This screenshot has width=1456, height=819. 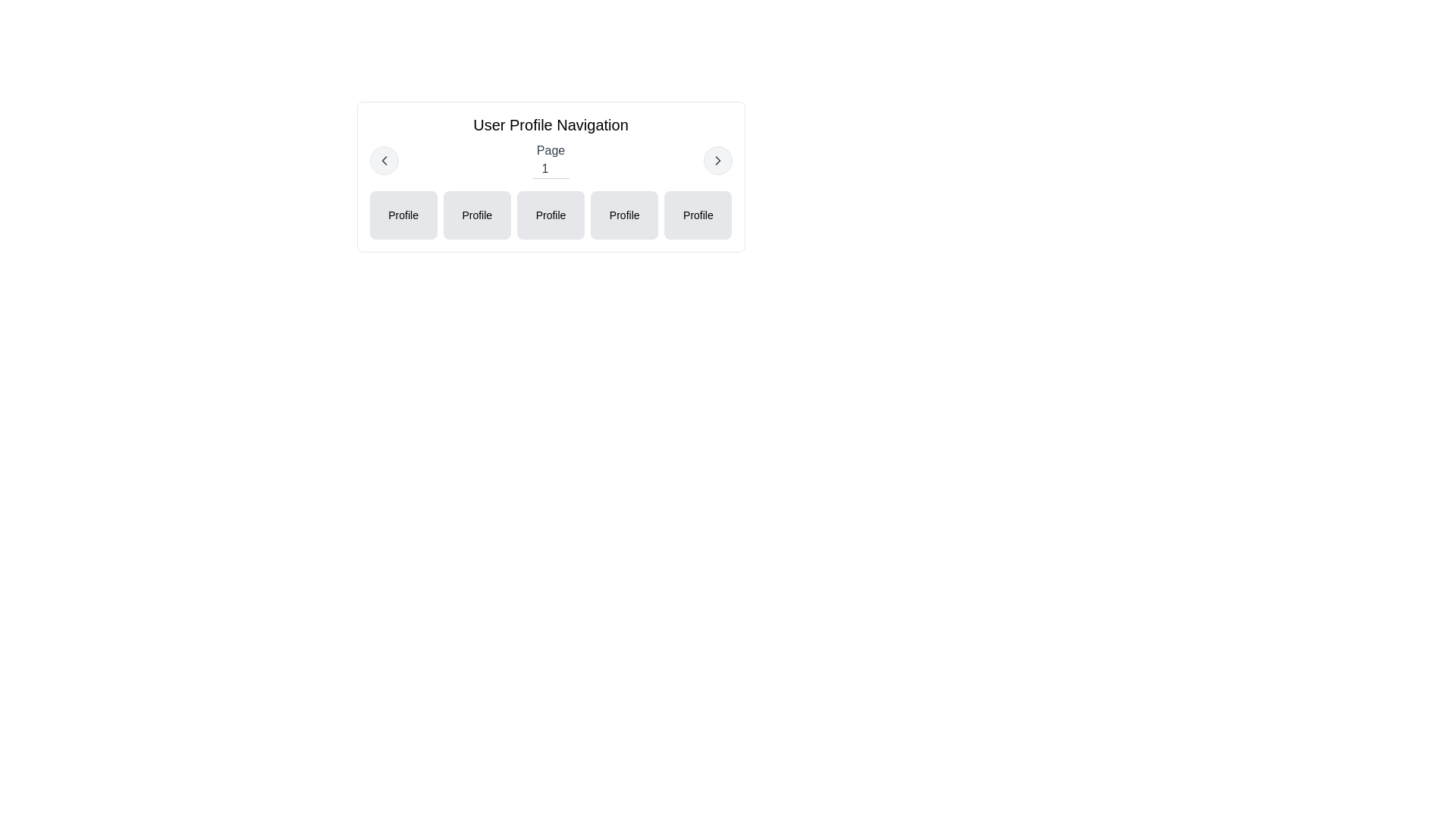 I want to click on the text label indicating 'Profile' at the top of the navigation panel, which serves as the title for user profile navigation, so click(x=550, y=124).